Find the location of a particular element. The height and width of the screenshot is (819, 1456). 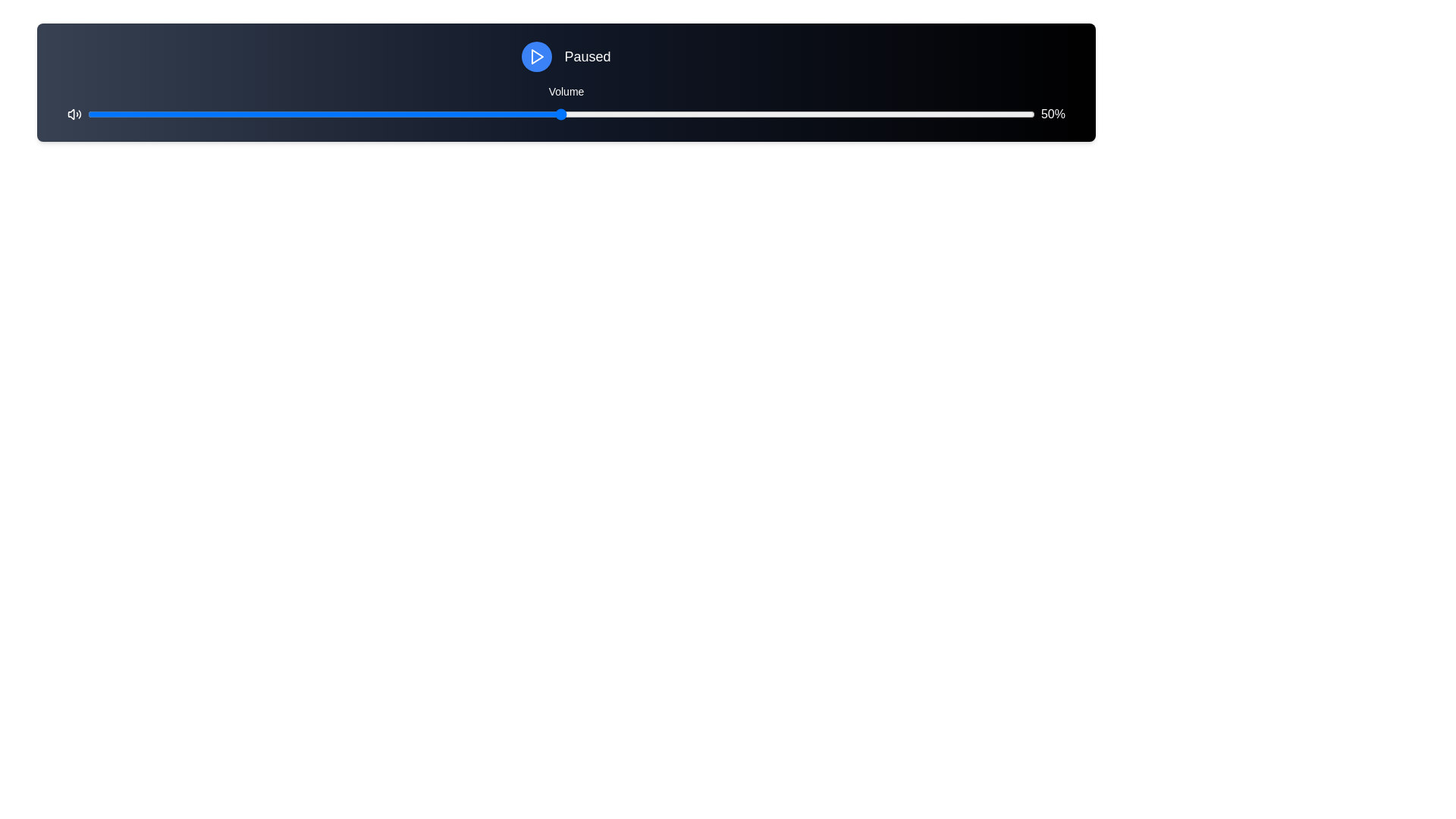

the volume is located at coordinates (665, 113).